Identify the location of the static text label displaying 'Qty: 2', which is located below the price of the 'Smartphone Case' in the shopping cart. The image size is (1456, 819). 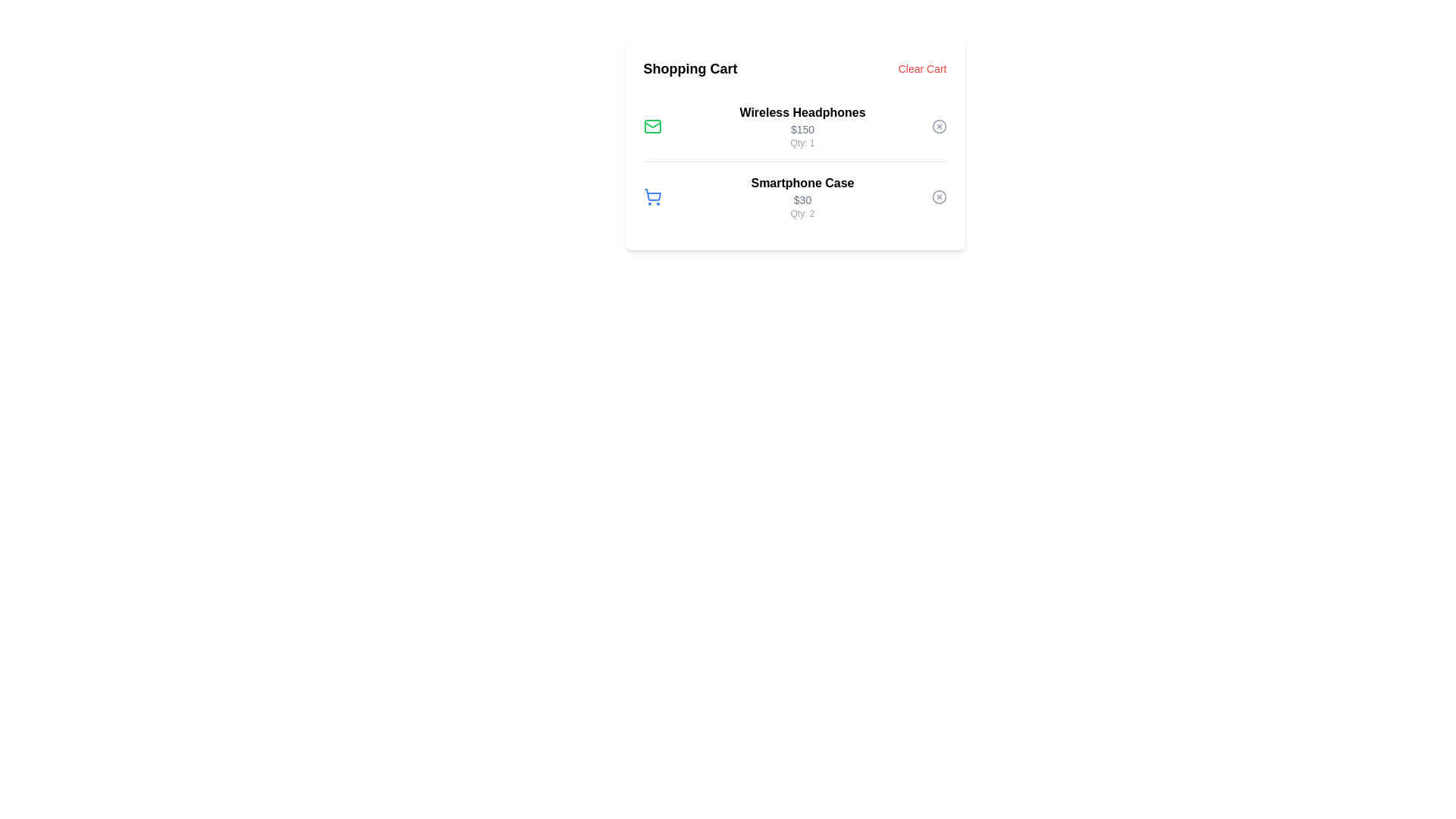
(802, 213).